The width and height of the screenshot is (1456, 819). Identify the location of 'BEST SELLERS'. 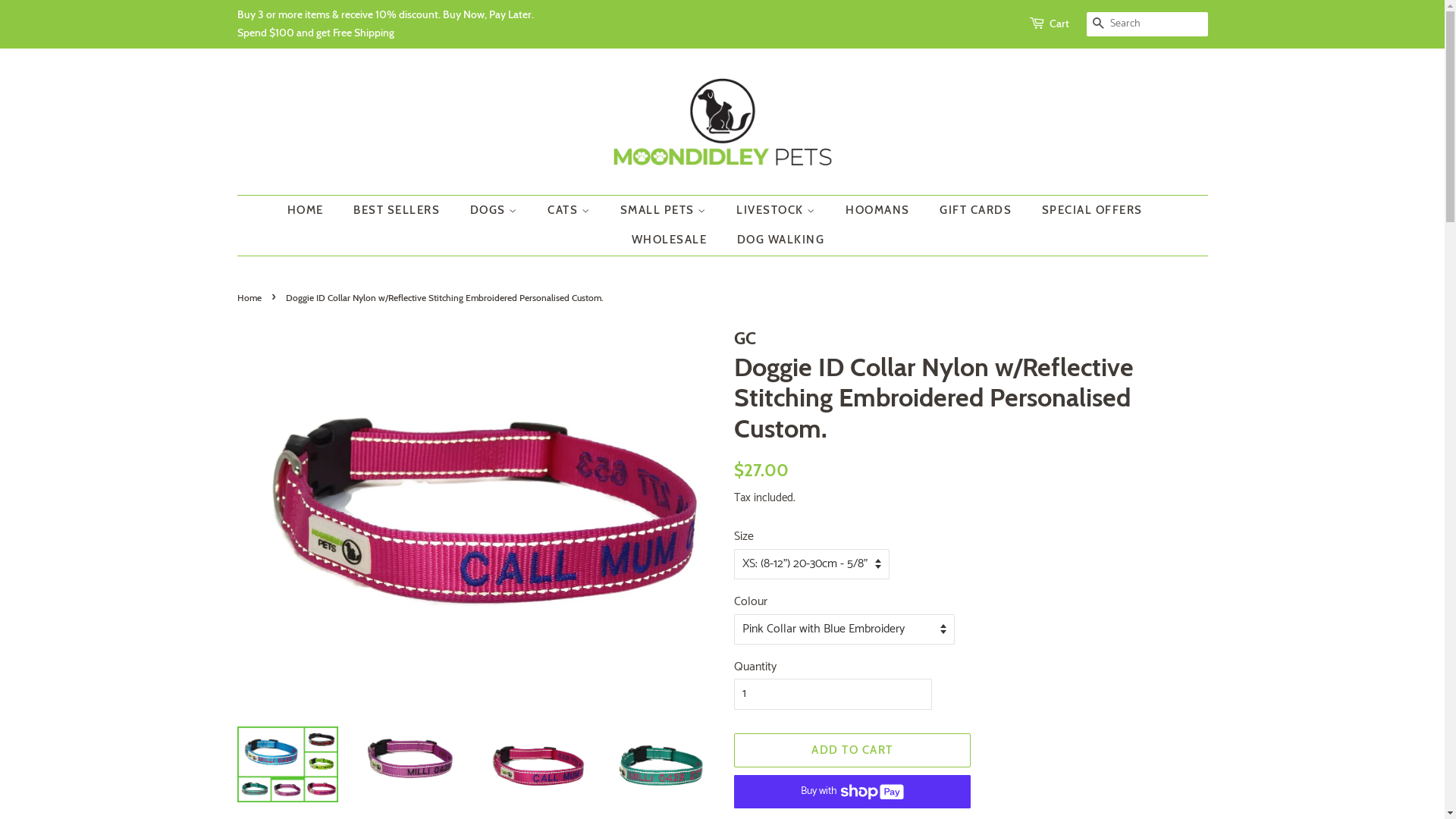
(398, 210).